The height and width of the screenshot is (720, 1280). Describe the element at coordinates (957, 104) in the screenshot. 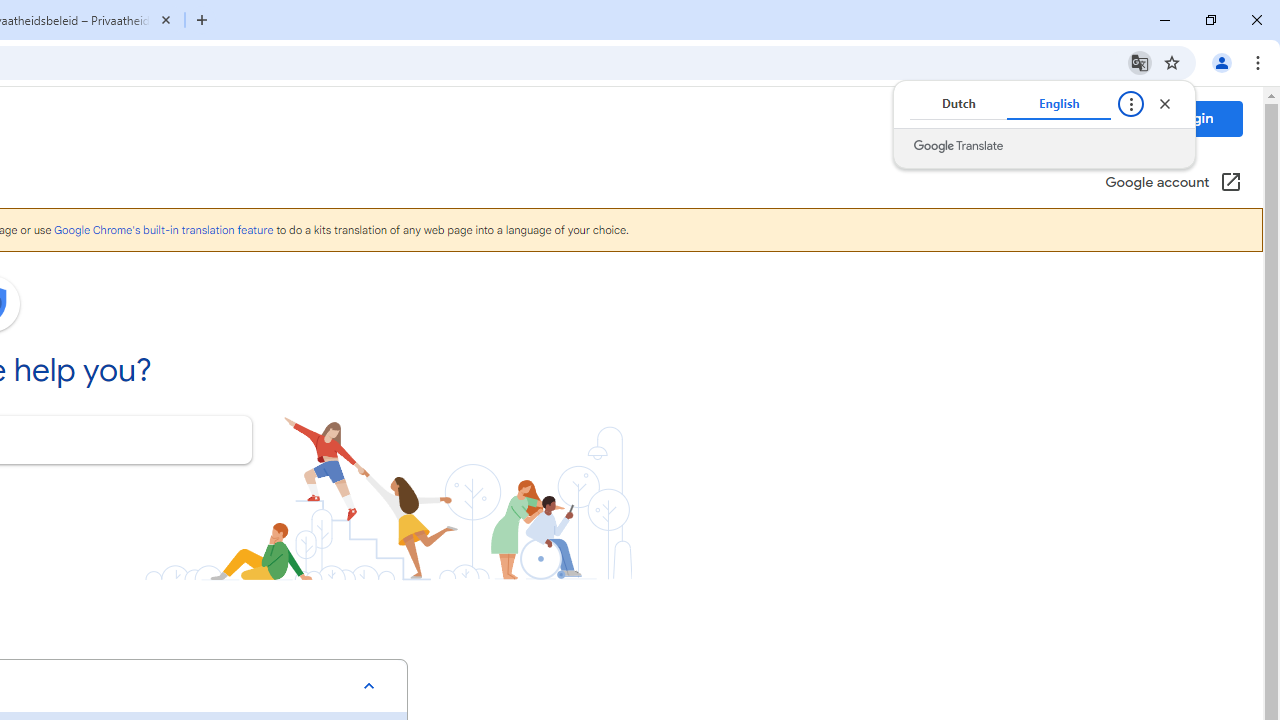

I see `'Dutch'` at that location.